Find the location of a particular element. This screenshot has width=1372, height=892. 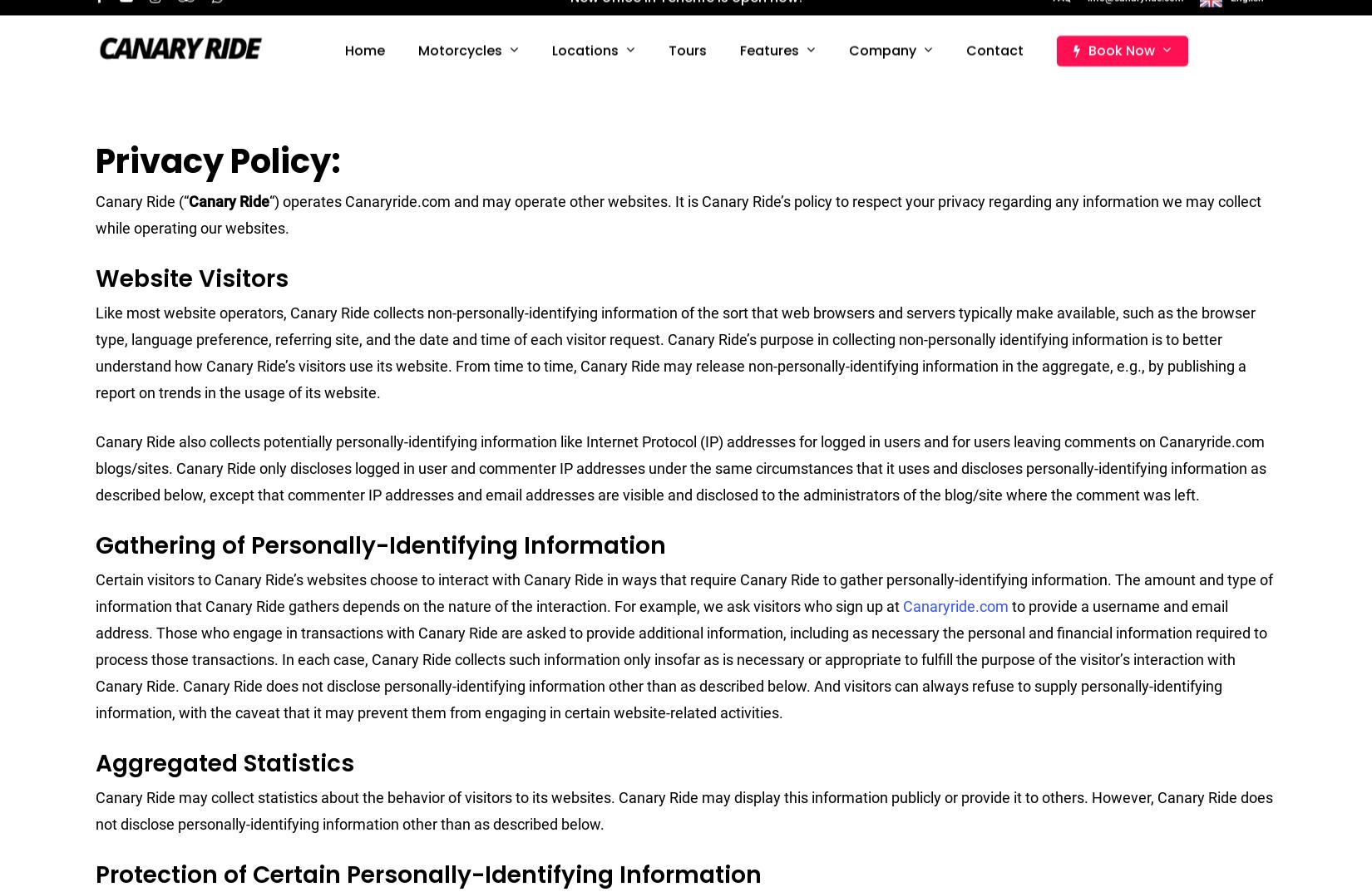

'Canary Ride (“' is located at coordinates (141, 200).